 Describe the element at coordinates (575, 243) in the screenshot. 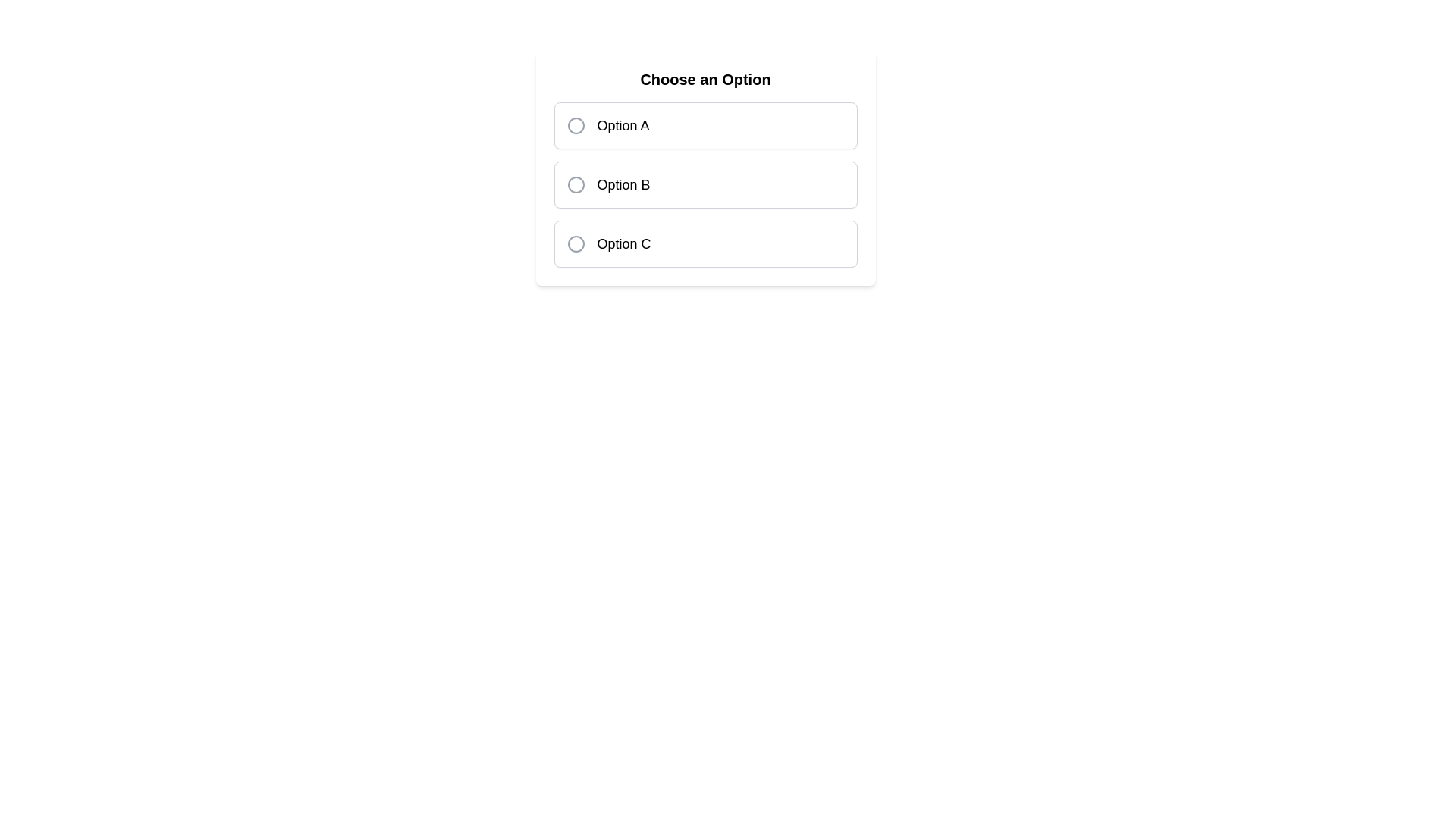

I see `the radio button for 'Option C'` at that location.